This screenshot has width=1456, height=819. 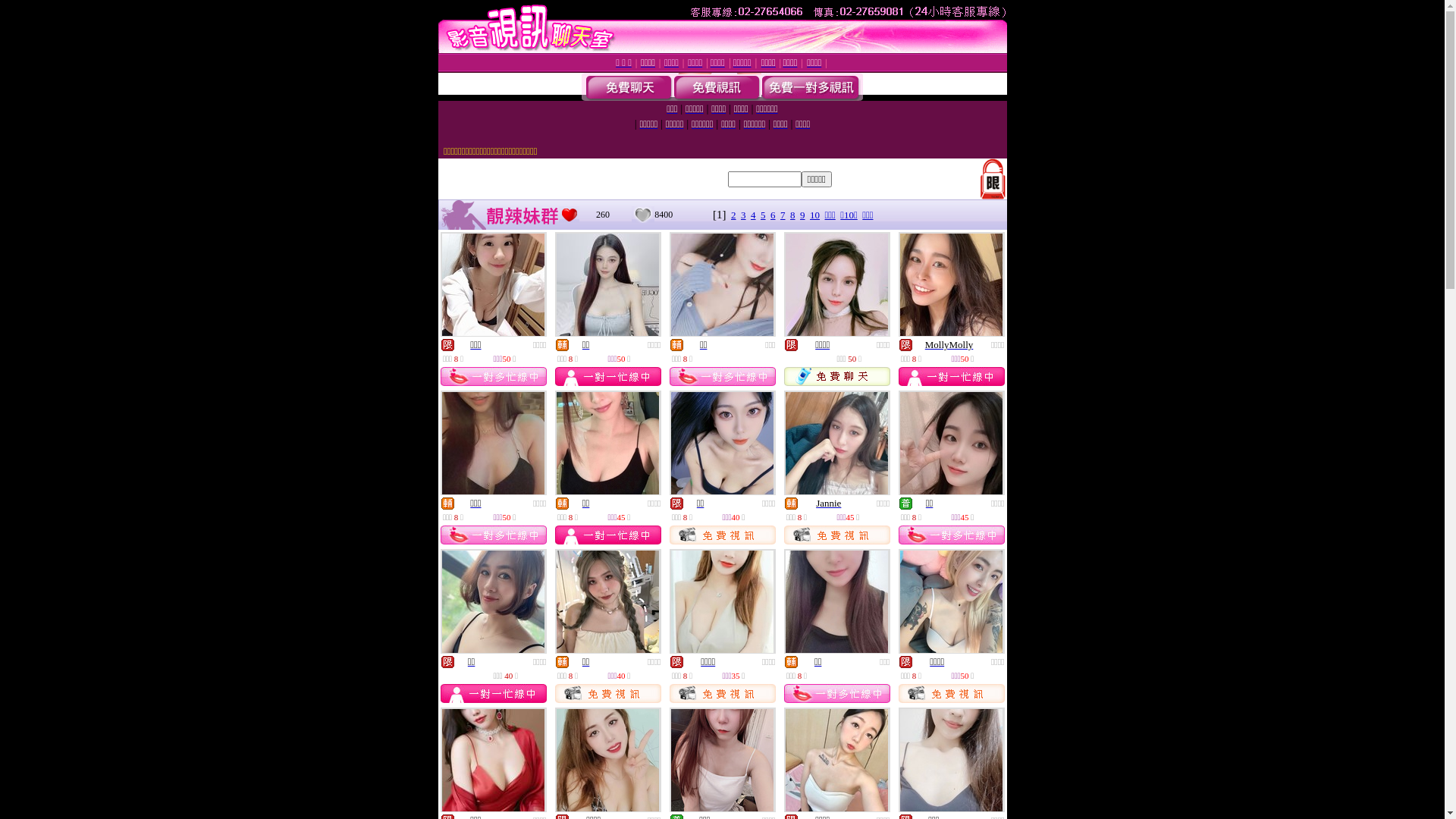 What do you see at coordinates (783, 215) in the screenshot?
I see `'7'` at bounding box center [783, 215].